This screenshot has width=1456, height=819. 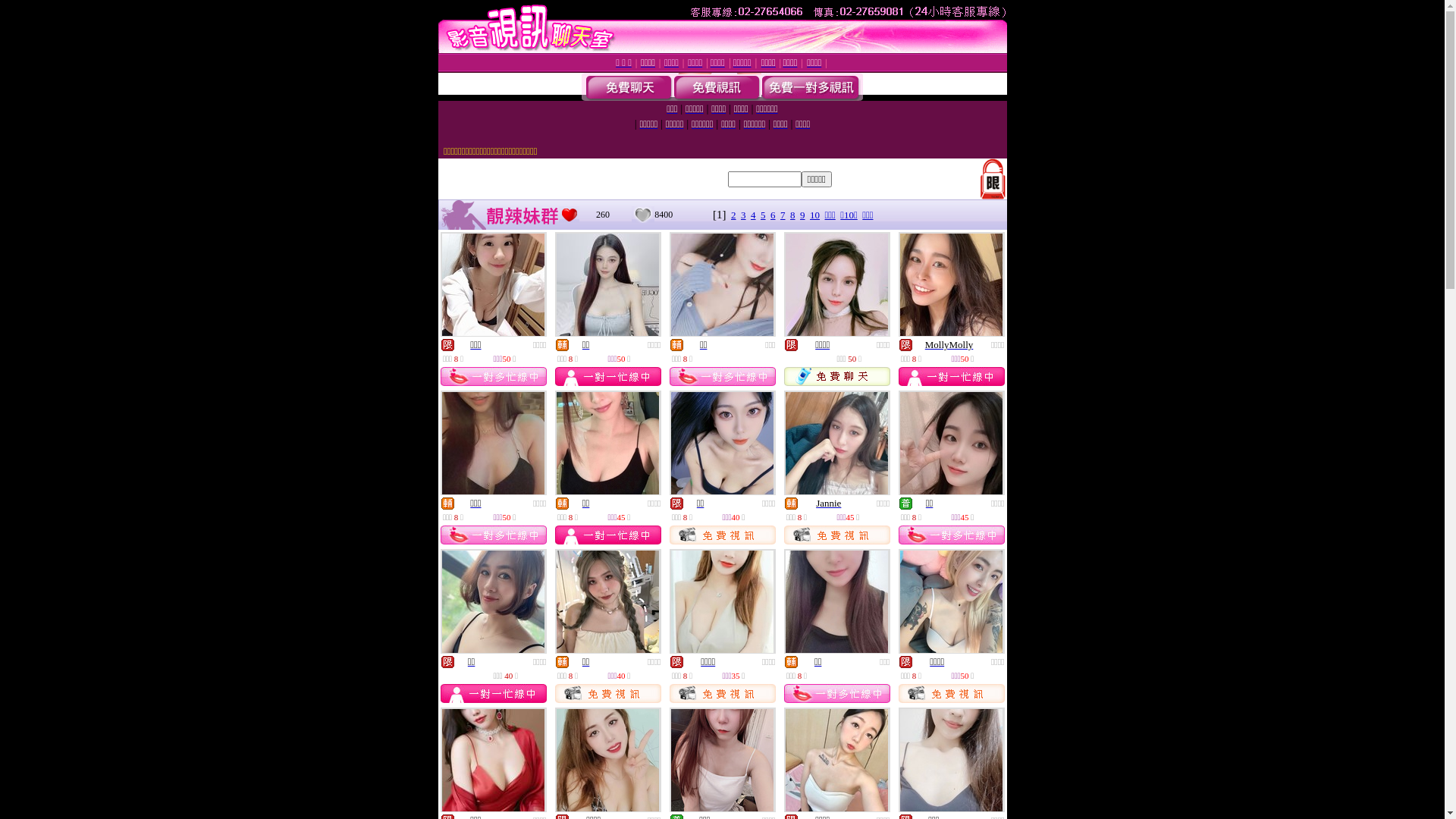 What do you see at coordinates (783, 215) in the screenshot?
I see `'7'` at bounding box center [783, 215].